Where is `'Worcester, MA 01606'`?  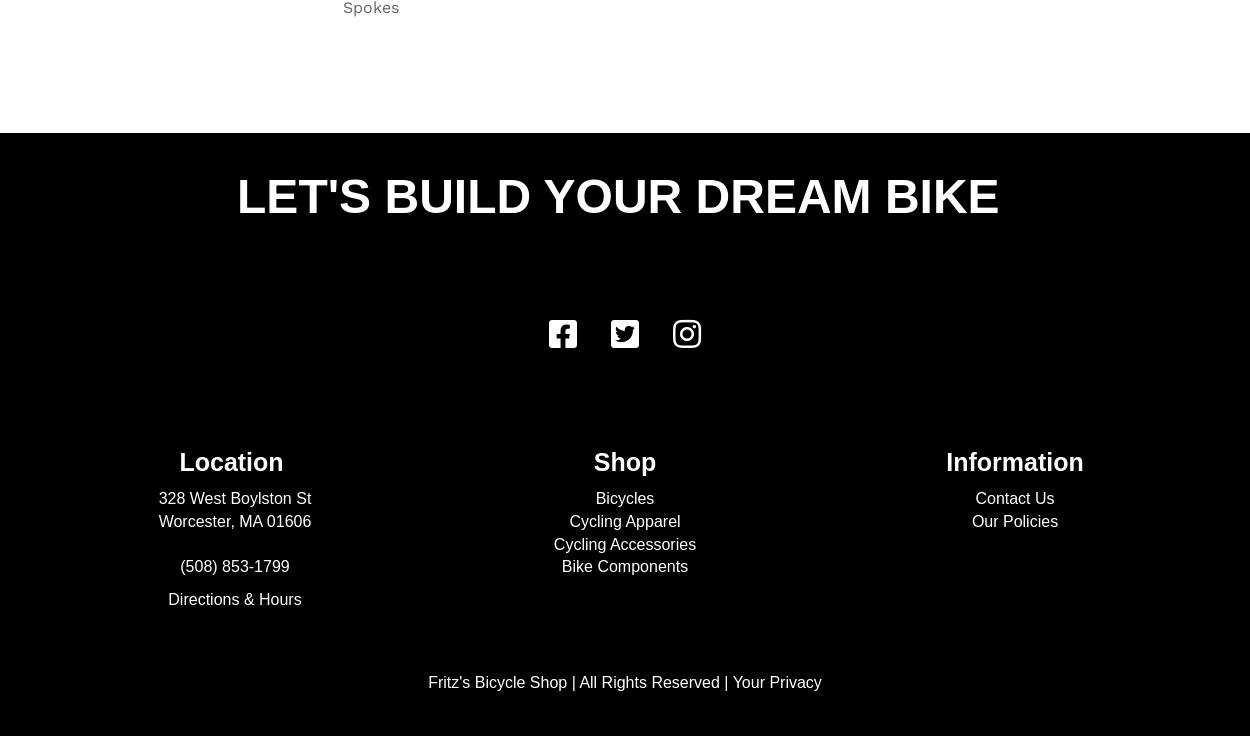
'Worcester, MA 01606' is located at coordinates (233, 520).